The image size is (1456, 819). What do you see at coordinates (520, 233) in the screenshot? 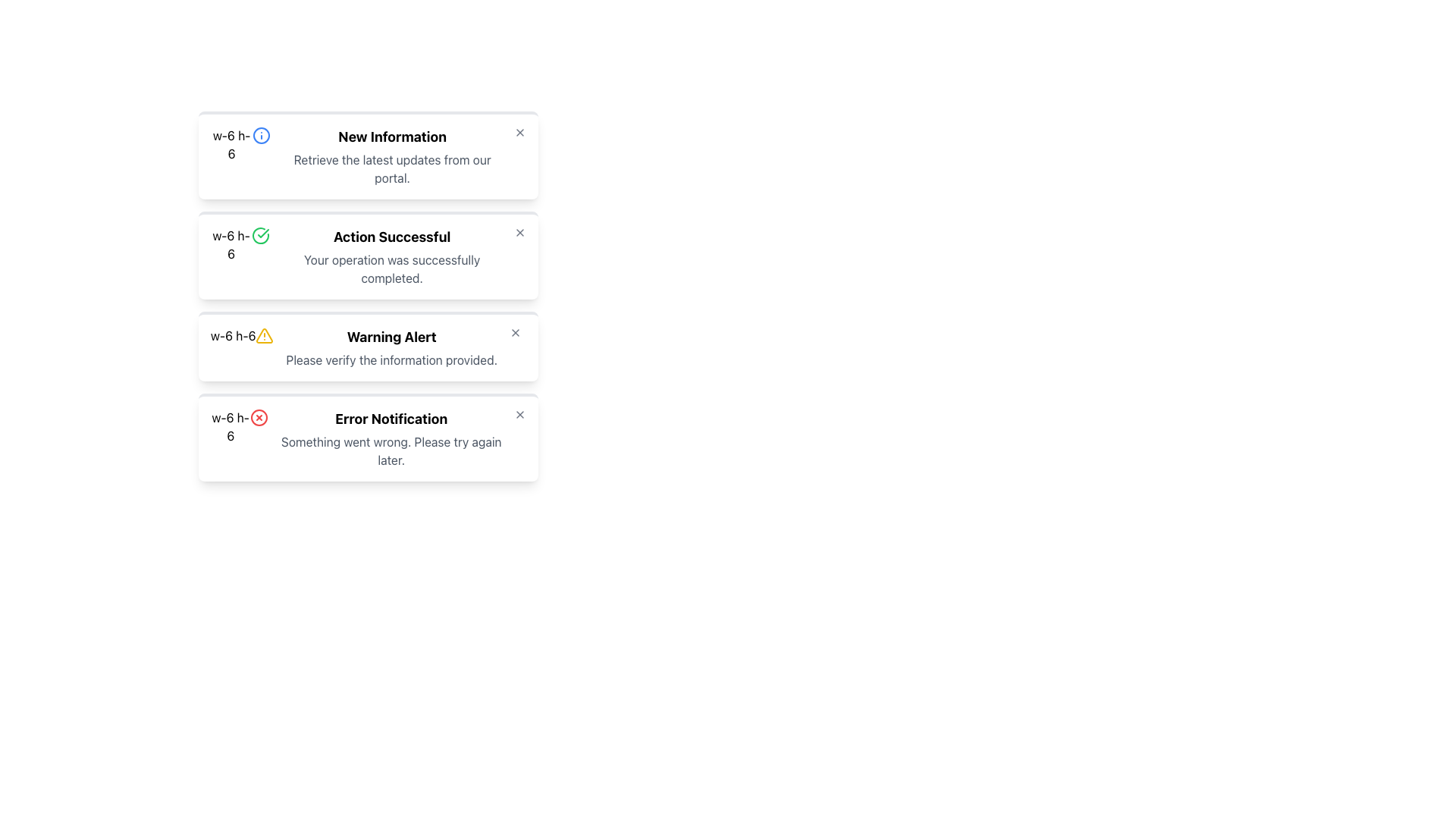
I see `the dismiss button located on the right edge of the 'Action Successful' notification banner` at bounding box center [520, 233].